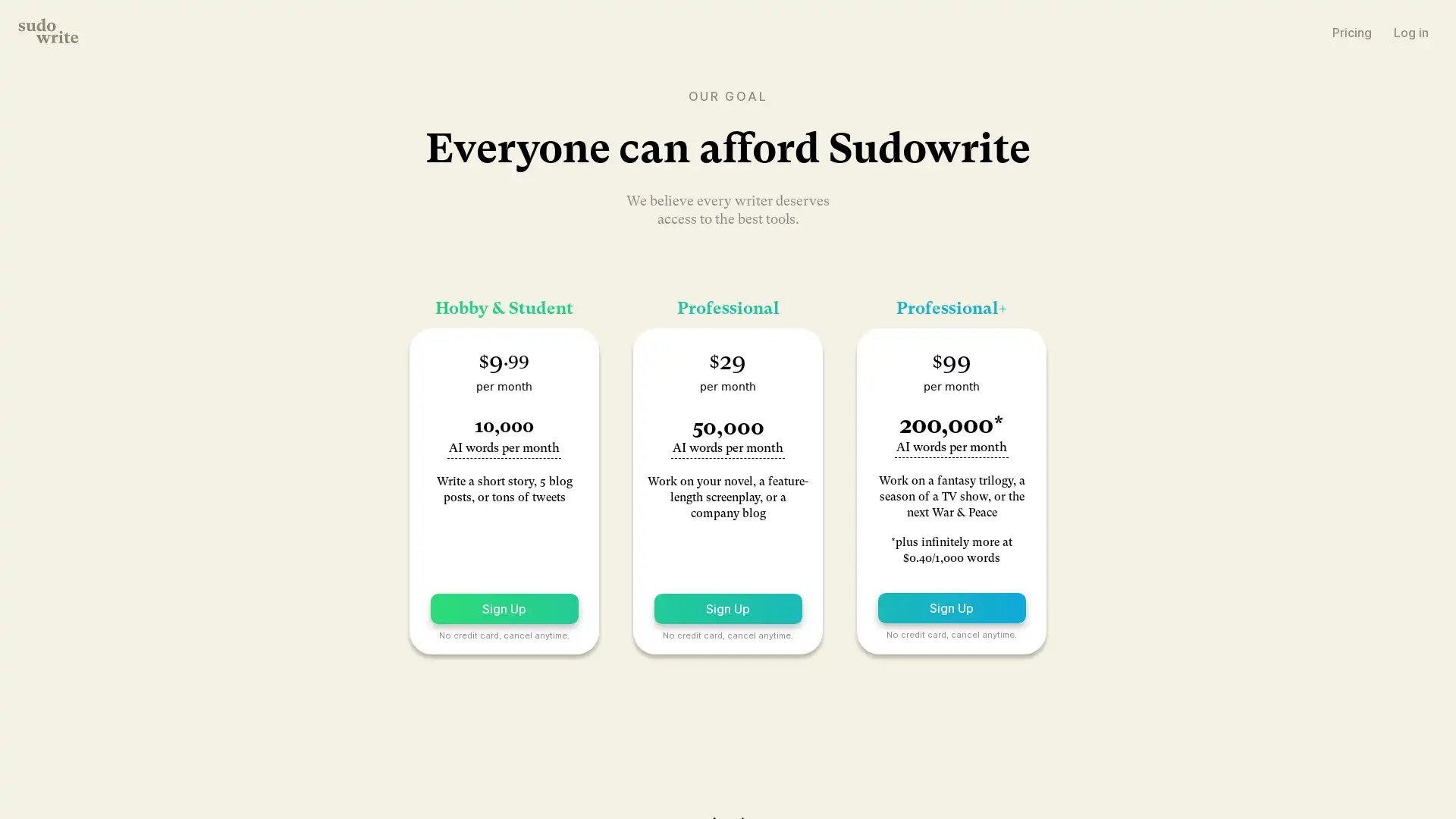 This screenshot has width=1456, height=819. What do you see at coordinates (950, 607) in the screenshot?
I see `Sign Up` at bounding box center [950, 607].